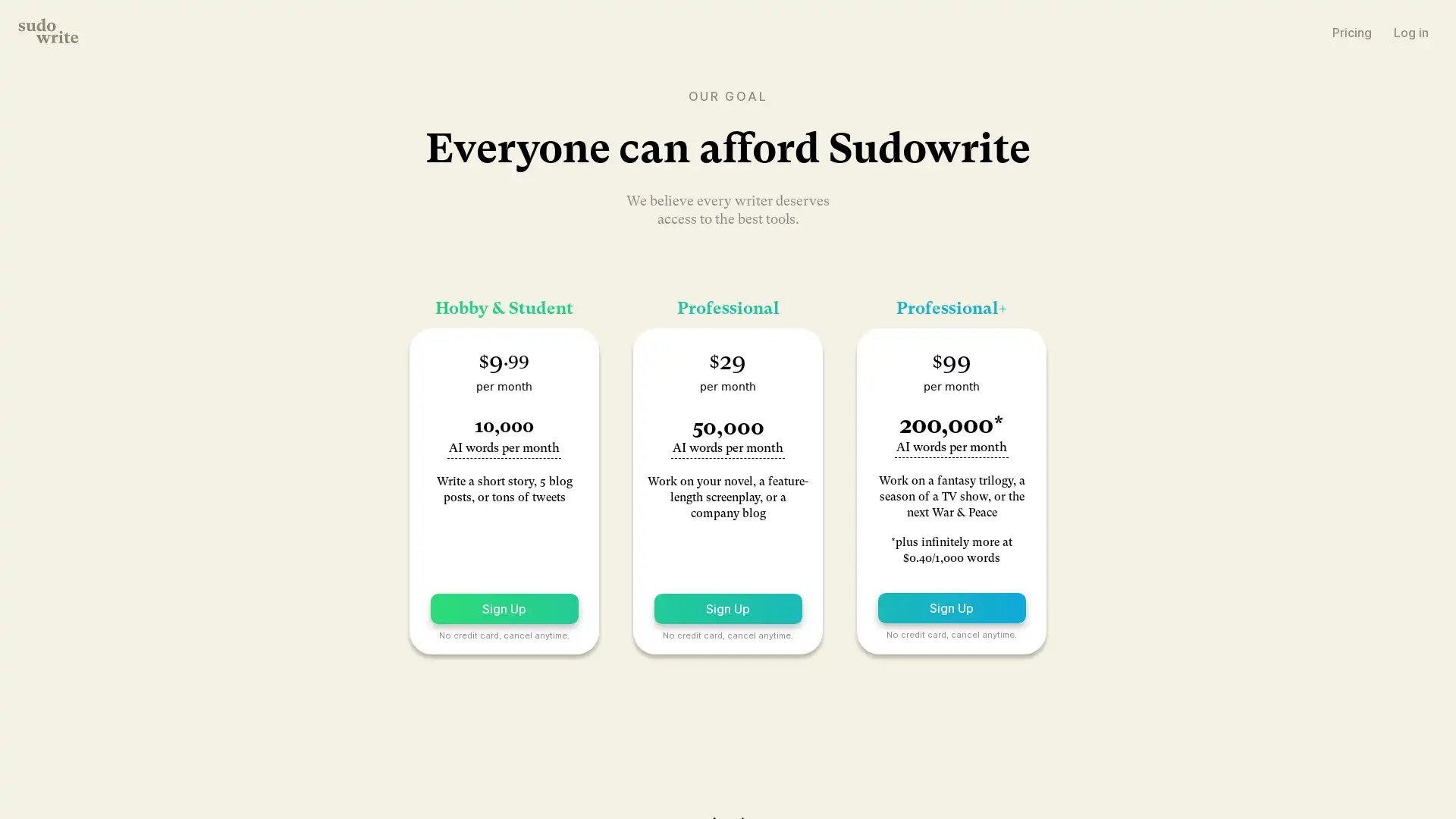 This screenshot has width=1456, height=819. What do you see at coordinates (950, 607) in the screenshot?
I see `Sign Up` at bounding box center [950, 607].